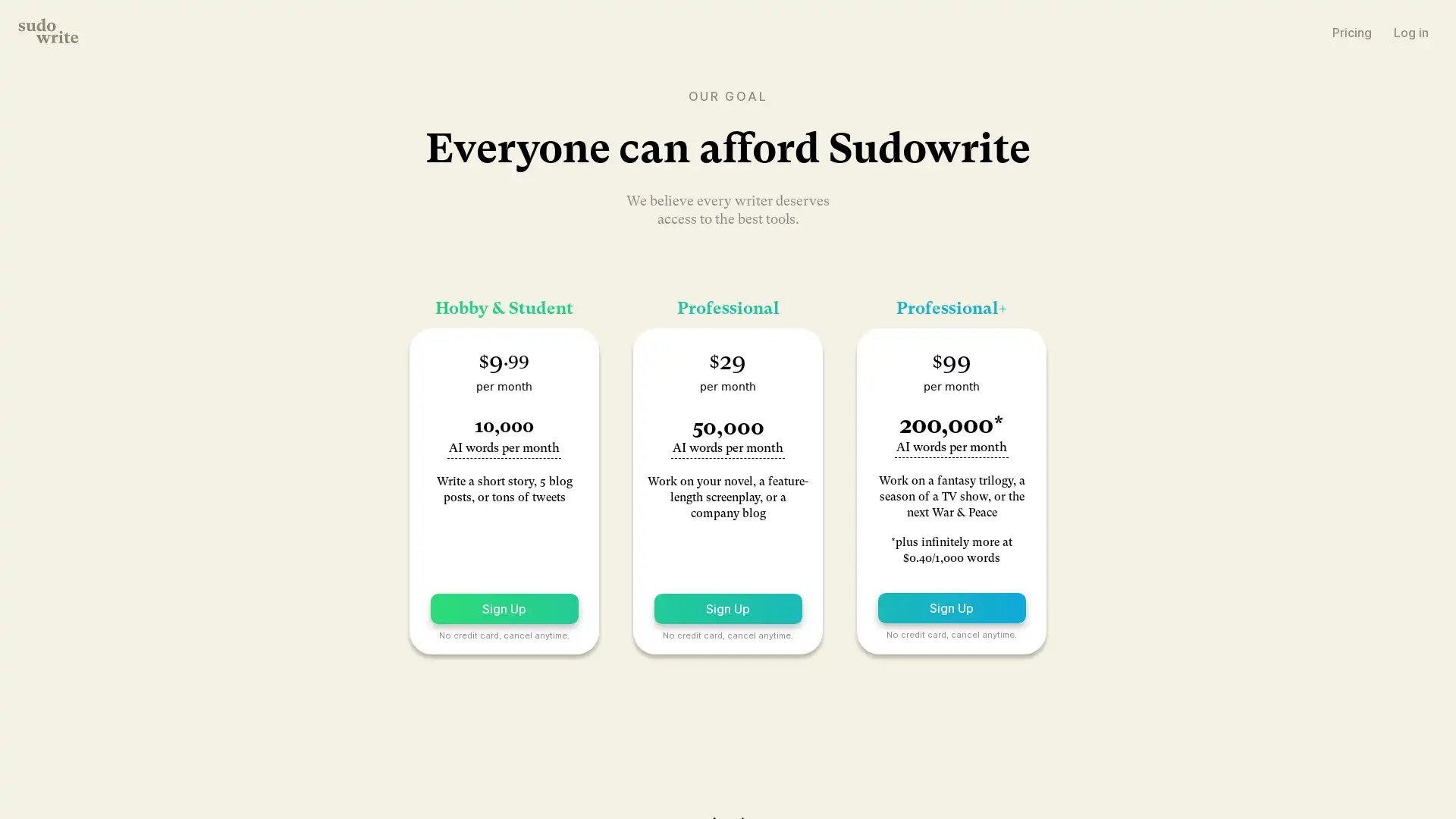 This screenshot has width=1456, height=819. What do you see at coordinates (950, 607) in the screenshot?
I see `Sign Up` at bounding box center [950, 607].